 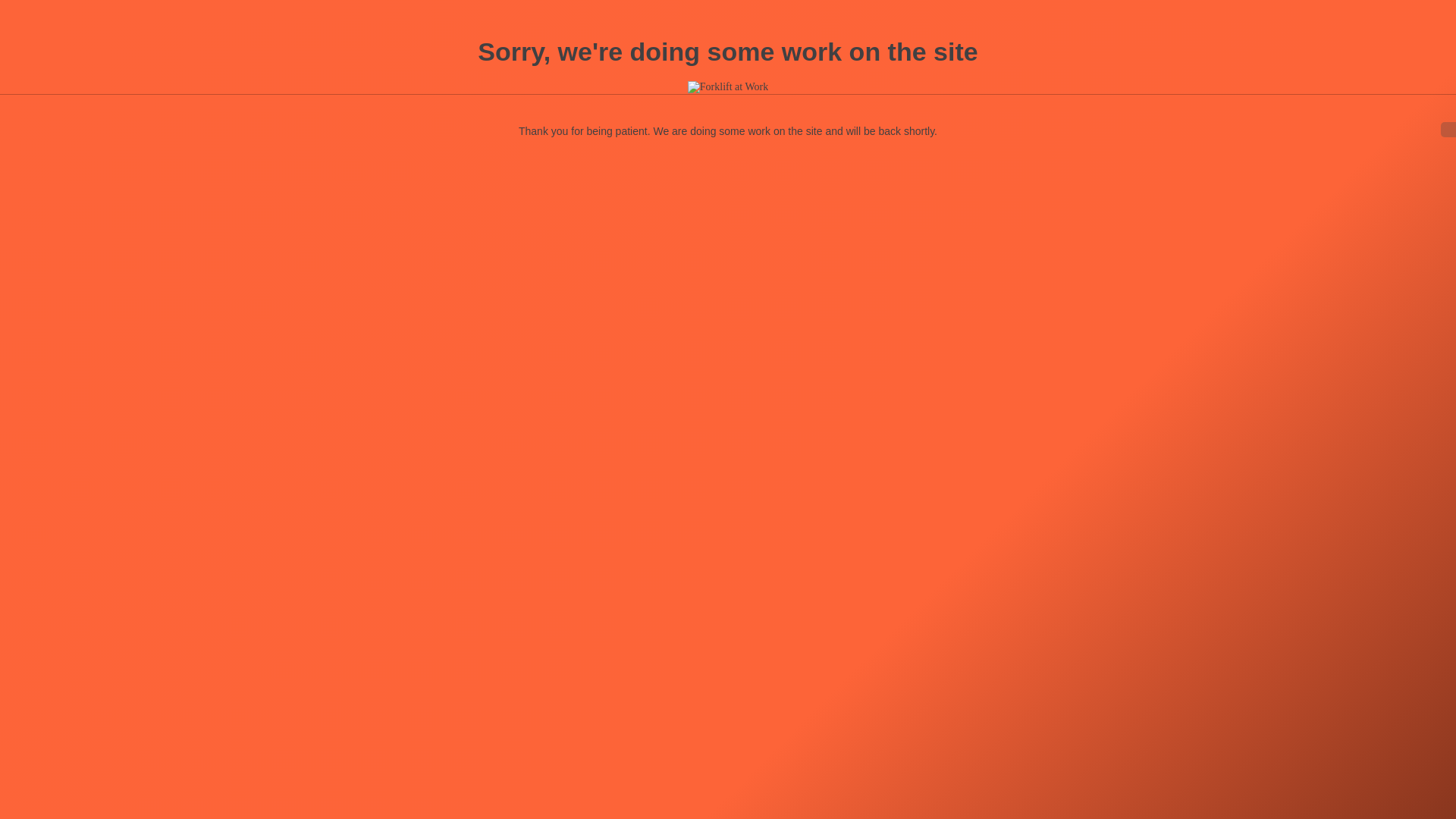 I want to click on 'Forklift at Work', so click(x=687, y=87).